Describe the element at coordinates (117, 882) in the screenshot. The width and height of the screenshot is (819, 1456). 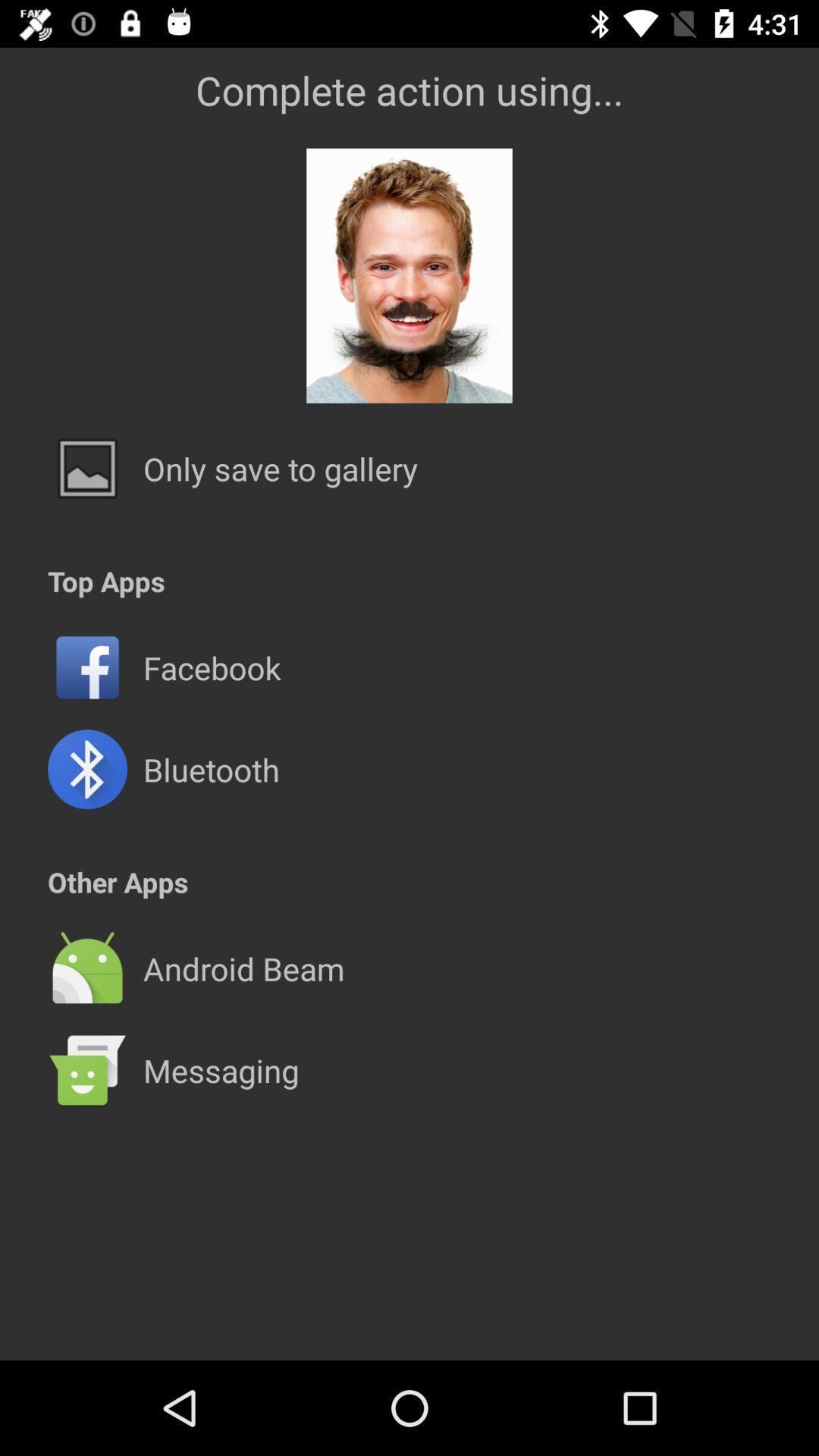
I see `the other apps` at that location.